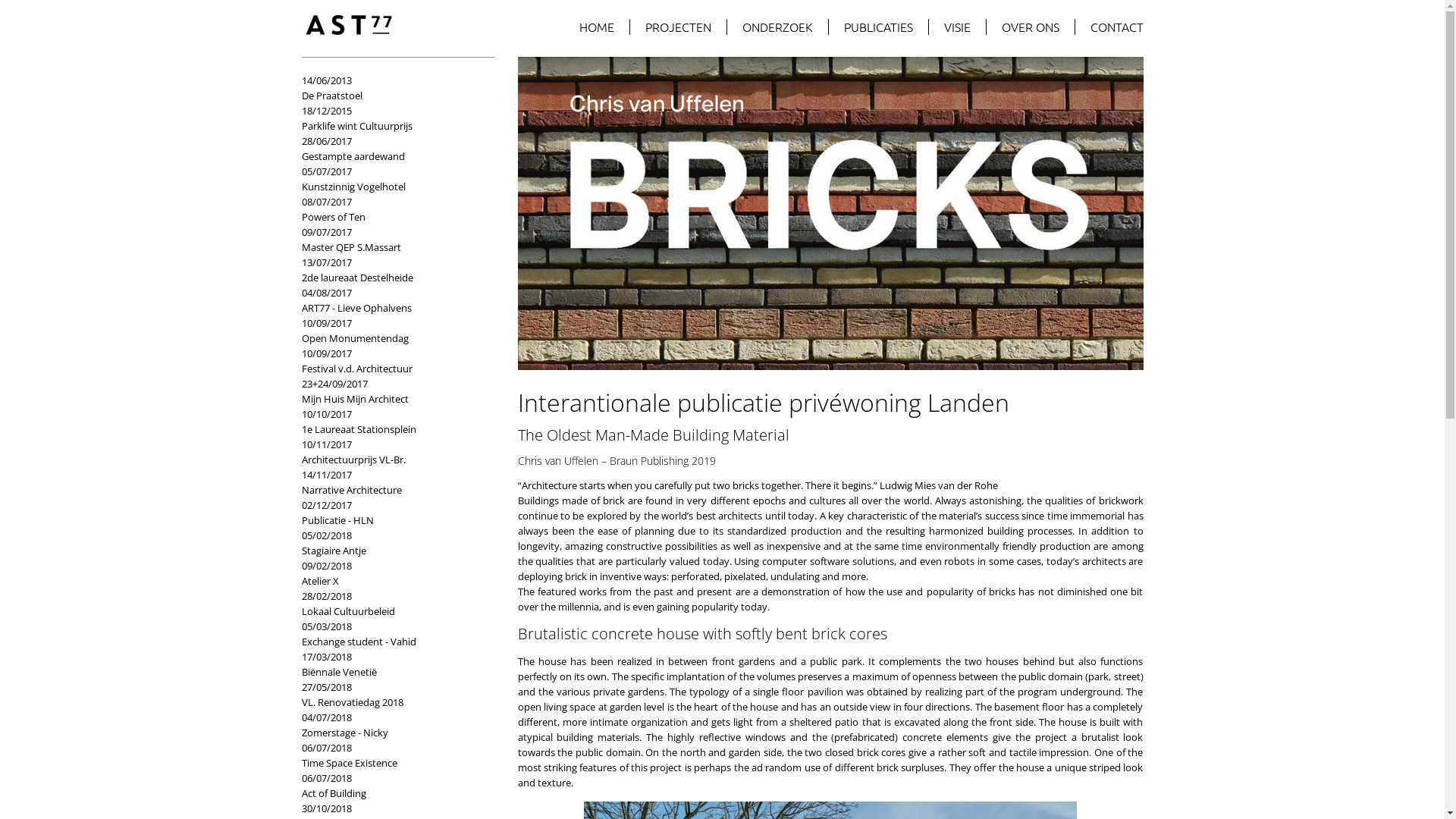  I want to click on 'ONDERZOEK', so click(777, 27).